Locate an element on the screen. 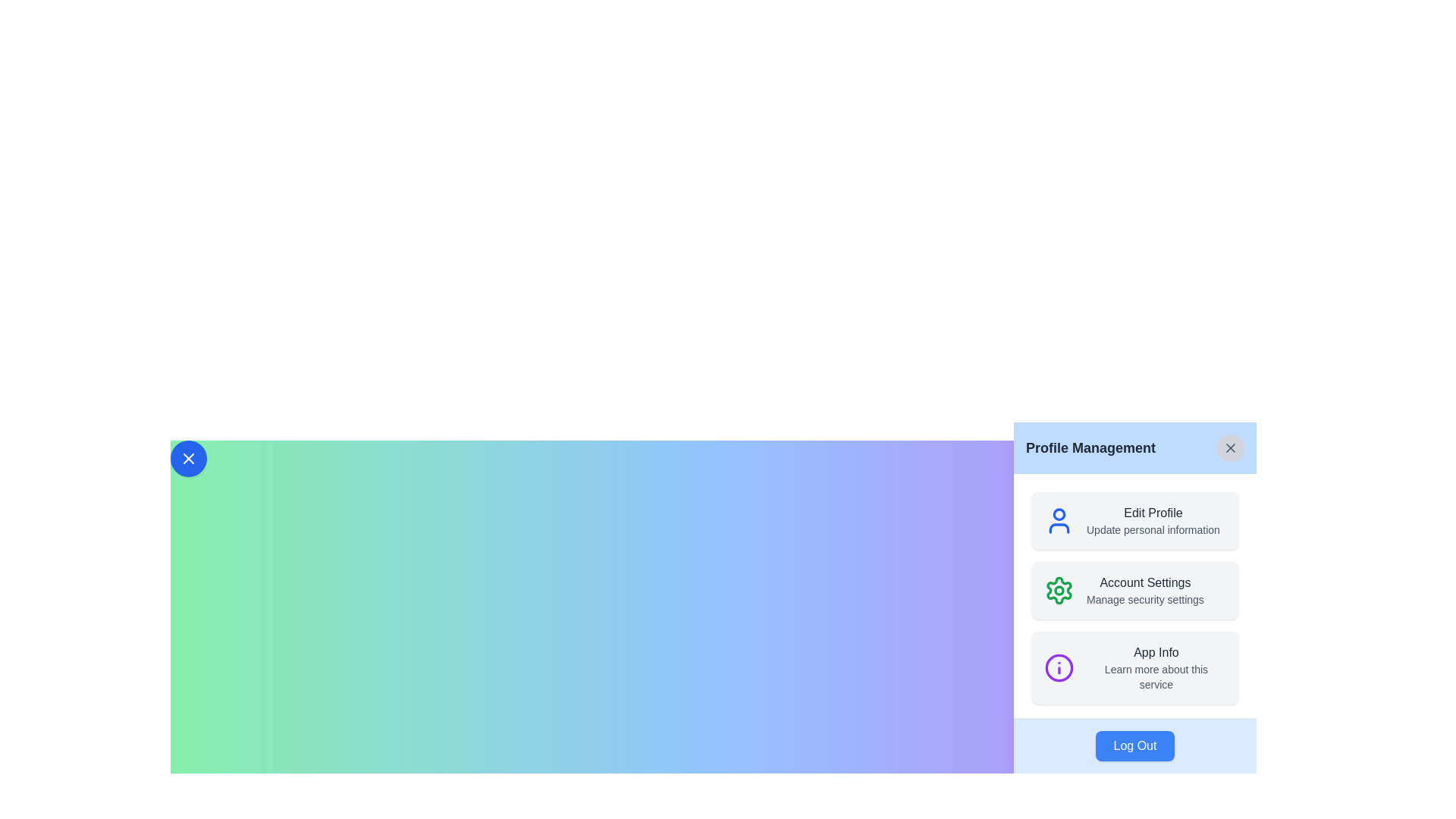 The image size is (1456, 819). the 'Edit Profile' text label, which is styled with a gray font color and medium weight, located at the top of the 'Profile Management' modal panel, adjacent to a user profile icon is located at coordinates (1153, 513).